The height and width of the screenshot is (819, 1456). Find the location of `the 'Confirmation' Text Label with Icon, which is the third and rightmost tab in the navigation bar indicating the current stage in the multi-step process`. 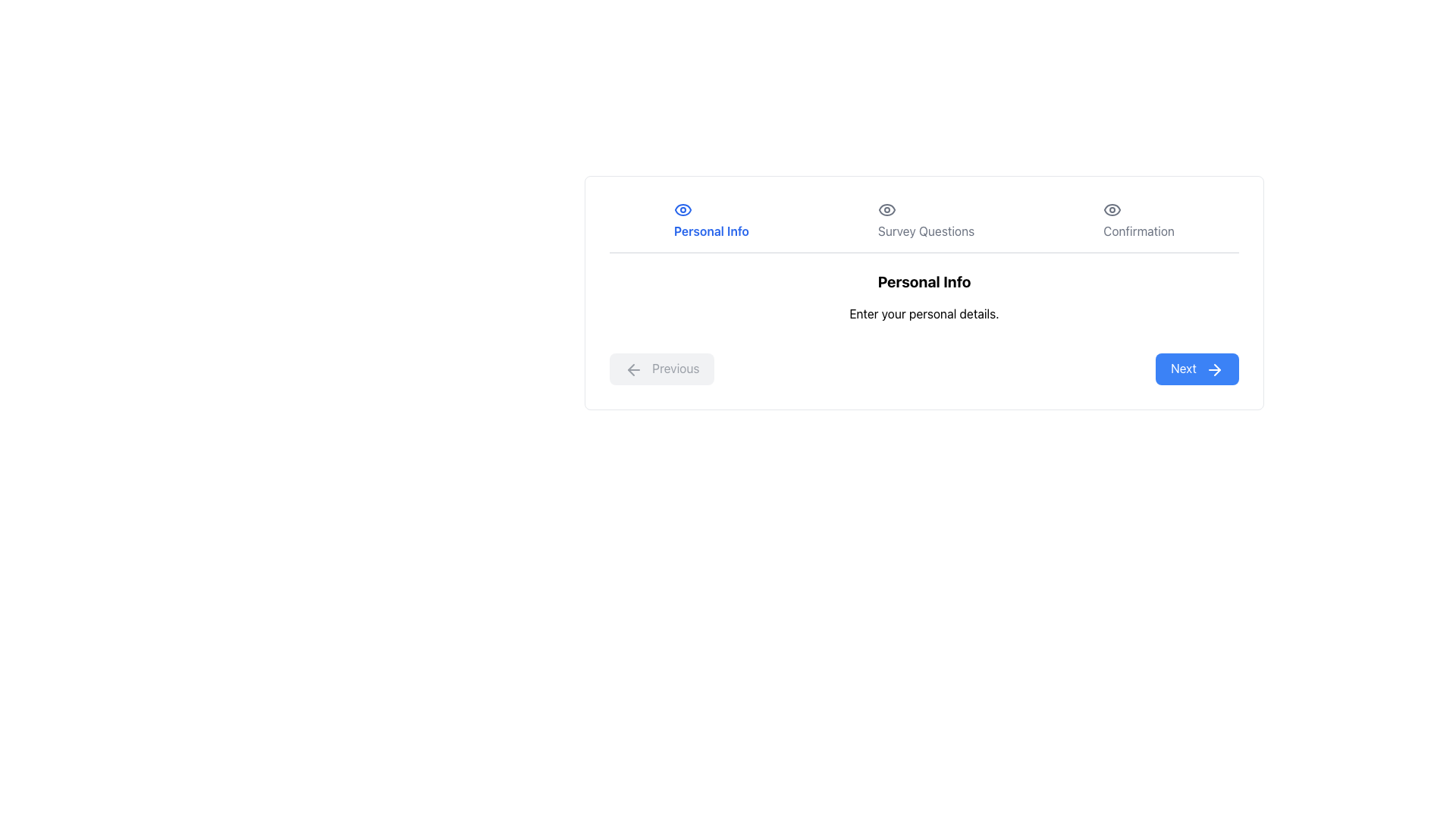

the 'Confirmation' Text Label with Icon, which is the third and rightmost tab in the navigation bar indicating the current stage in the multi-step process is located at coordinates (1139, 220).